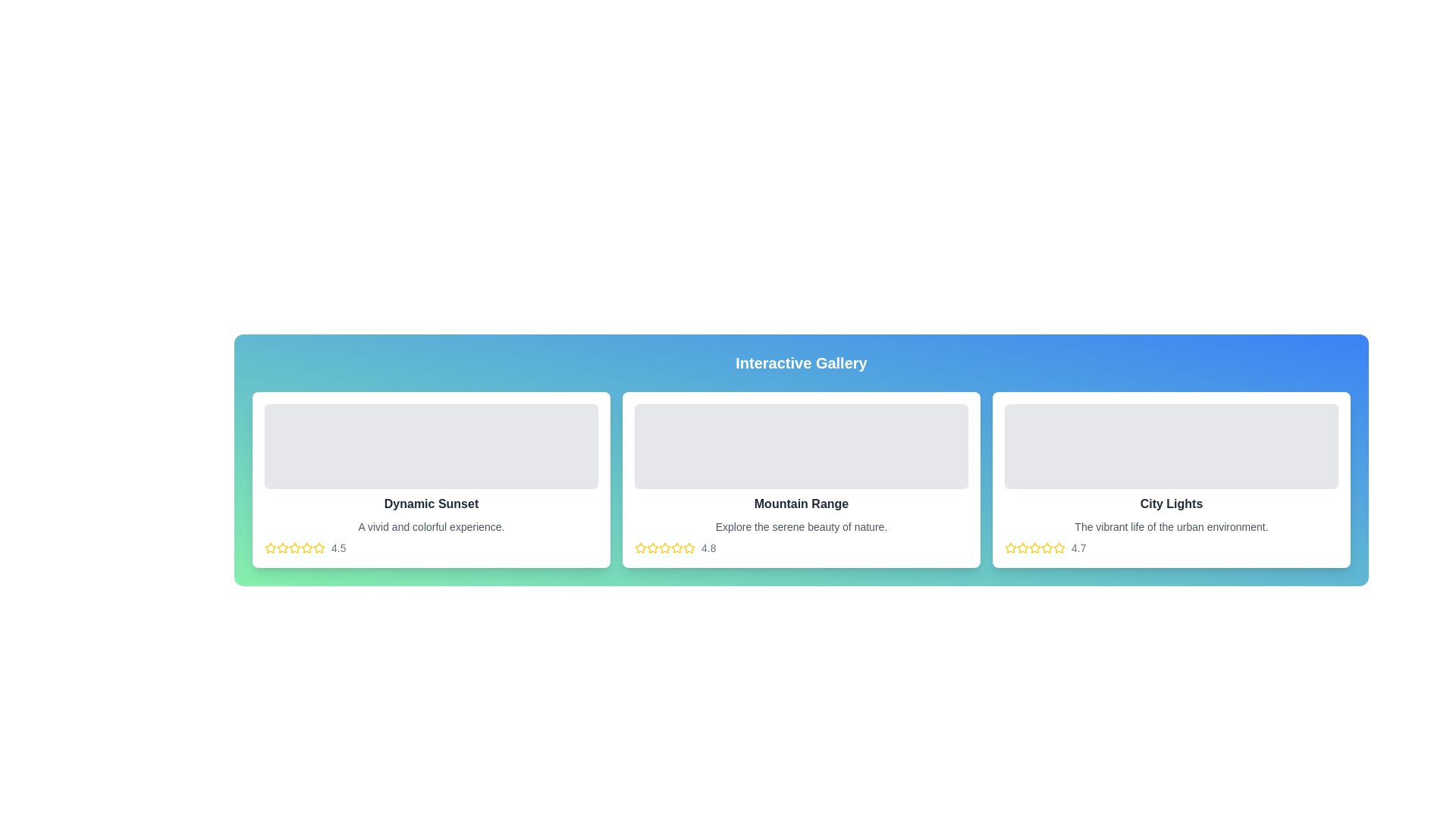 This screenshot has height=819, width=1456. What do you see at coordinates (1171, 504) in the screenshot?
I see `title 'City Lights' displayed in bold, dark-gray font, located centrally within the white card below the image placeholder` at bounding box center [1171, 504].